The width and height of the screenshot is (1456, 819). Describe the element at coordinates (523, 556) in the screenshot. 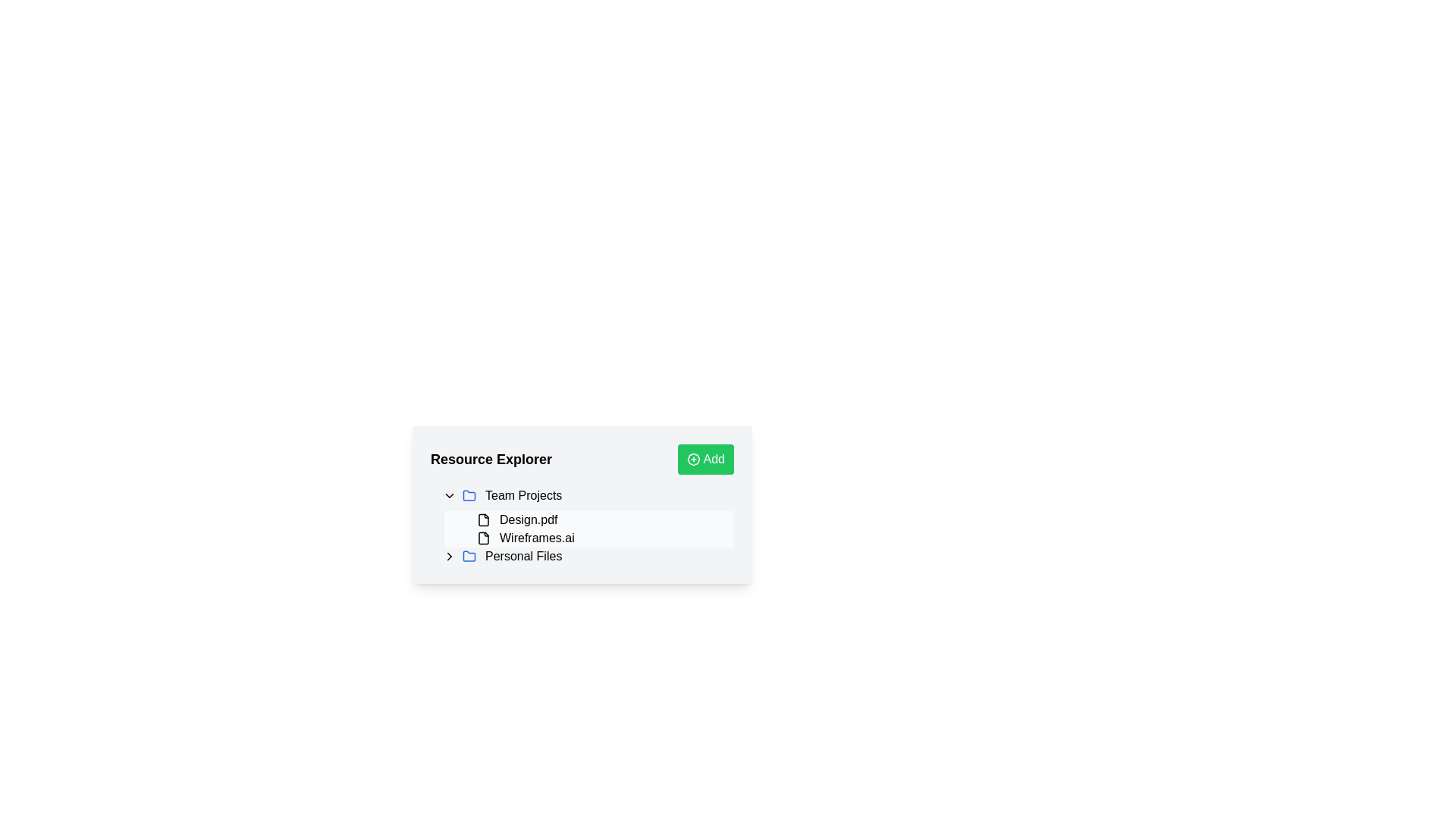

I see `the 'Personal Files' text label` at that location.